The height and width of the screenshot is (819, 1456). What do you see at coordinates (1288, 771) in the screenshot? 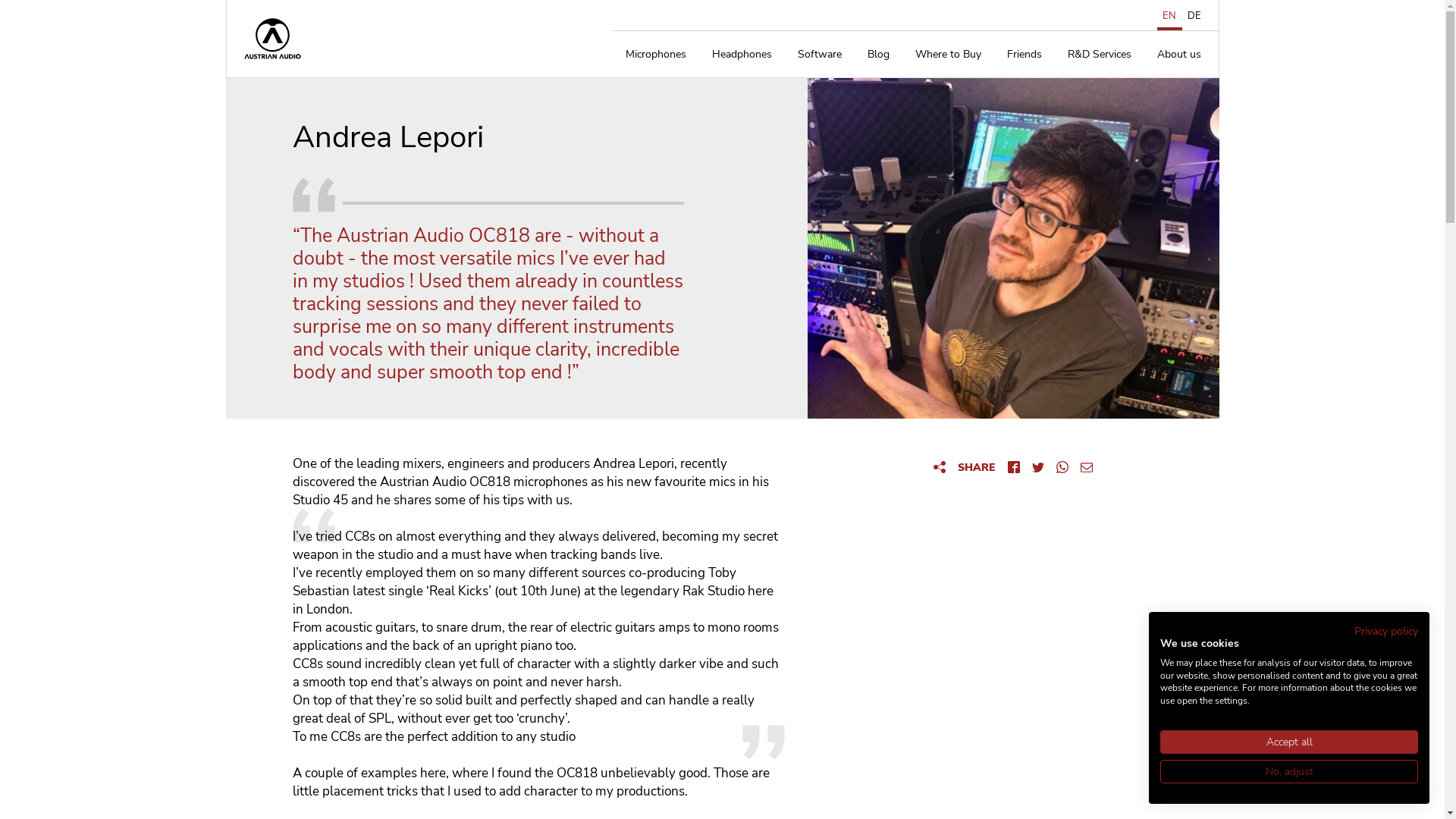
I see `'No, adjust'` at bounding box center [1288, 771].